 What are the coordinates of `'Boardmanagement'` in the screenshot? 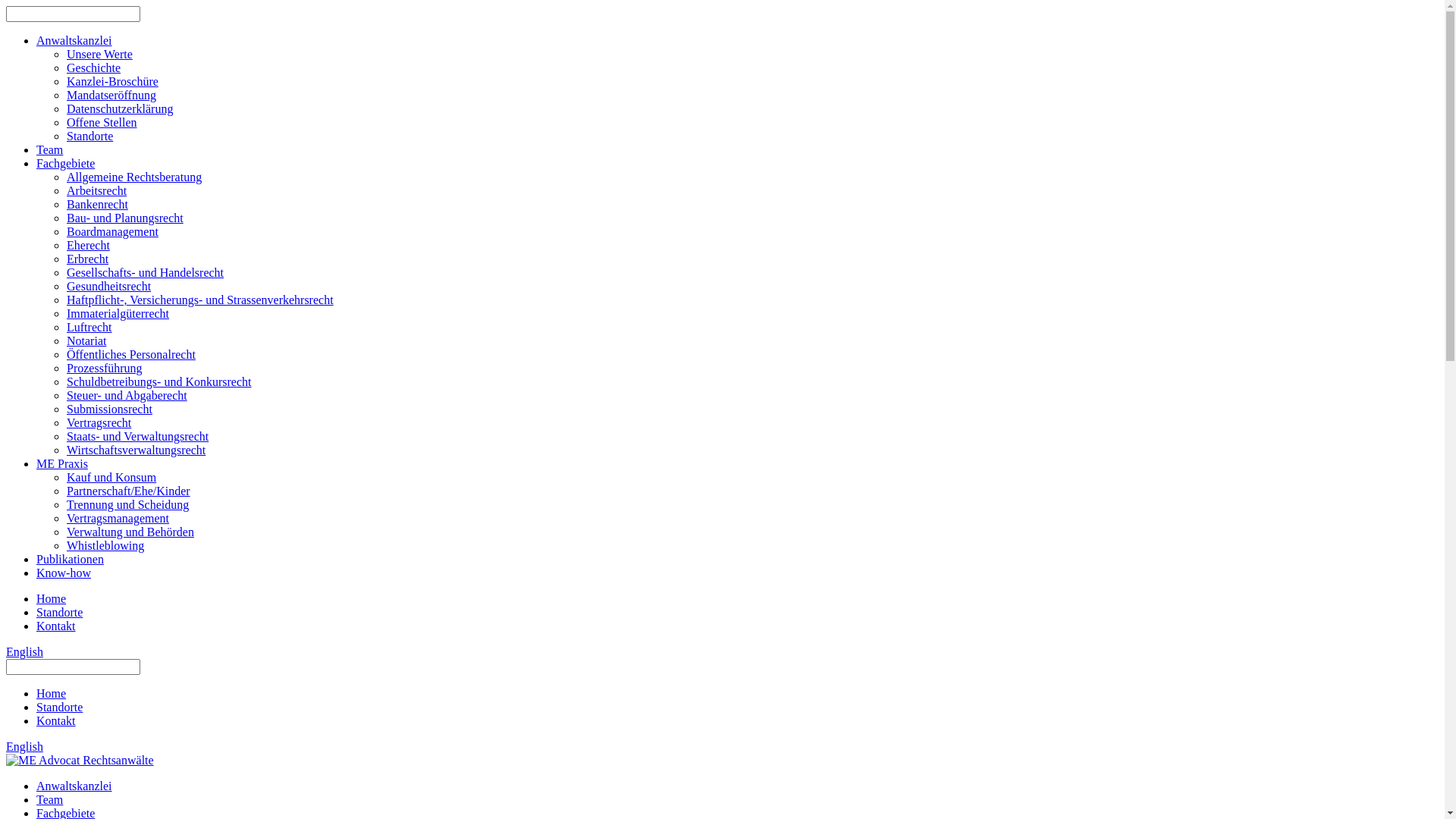 It's located at (111, 231).